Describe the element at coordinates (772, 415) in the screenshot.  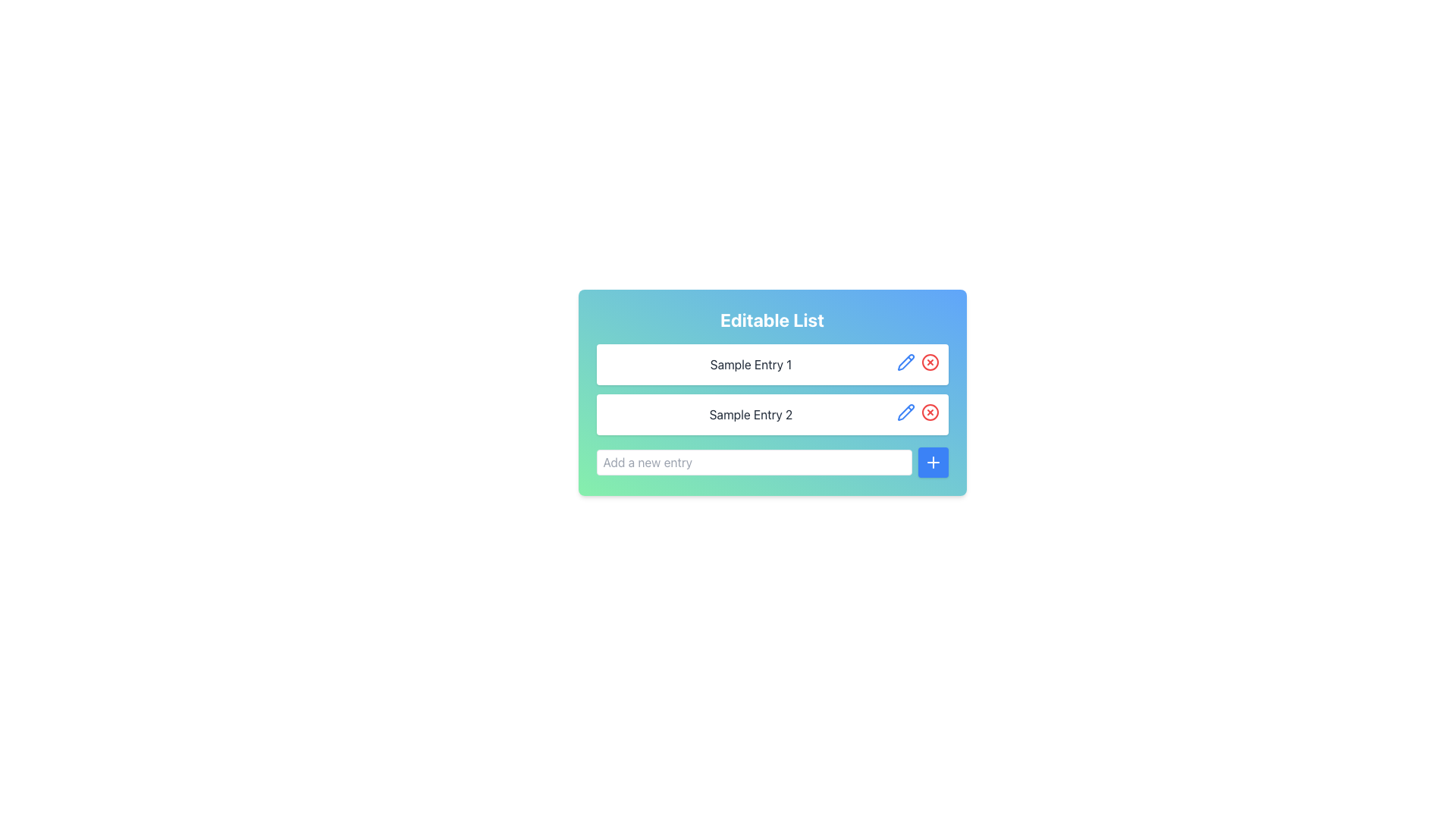
I see `the second list item displaying the text 'Sample Entry 2' to focus or select it` at that location.